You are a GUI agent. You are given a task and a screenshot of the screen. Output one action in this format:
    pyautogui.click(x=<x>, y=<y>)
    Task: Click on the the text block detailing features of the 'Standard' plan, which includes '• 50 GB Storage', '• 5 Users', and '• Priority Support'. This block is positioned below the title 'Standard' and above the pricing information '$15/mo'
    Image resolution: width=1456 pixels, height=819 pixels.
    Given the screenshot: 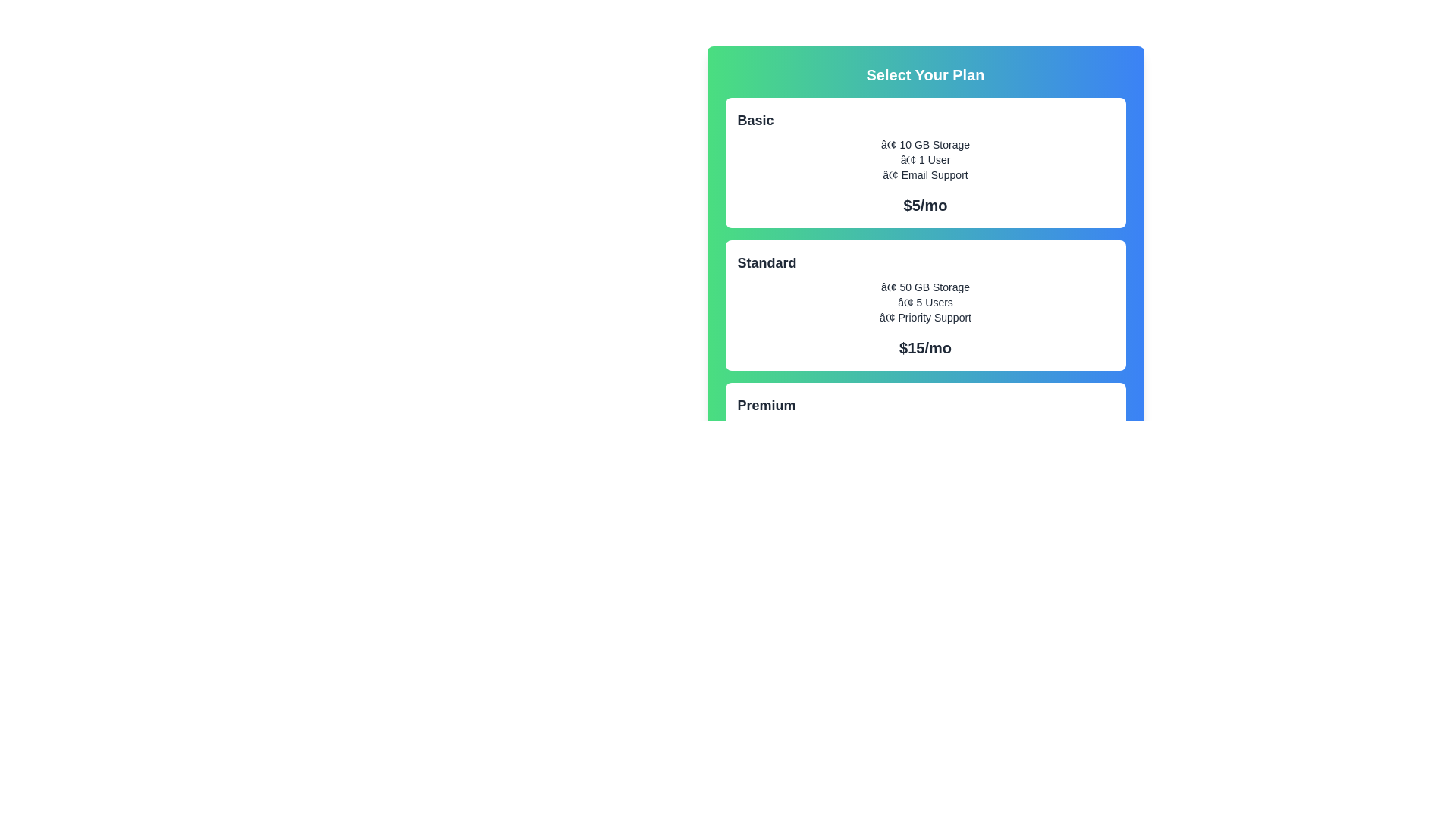 What is the action you would take?
    pyautogui.click(x=924, y=302)
    